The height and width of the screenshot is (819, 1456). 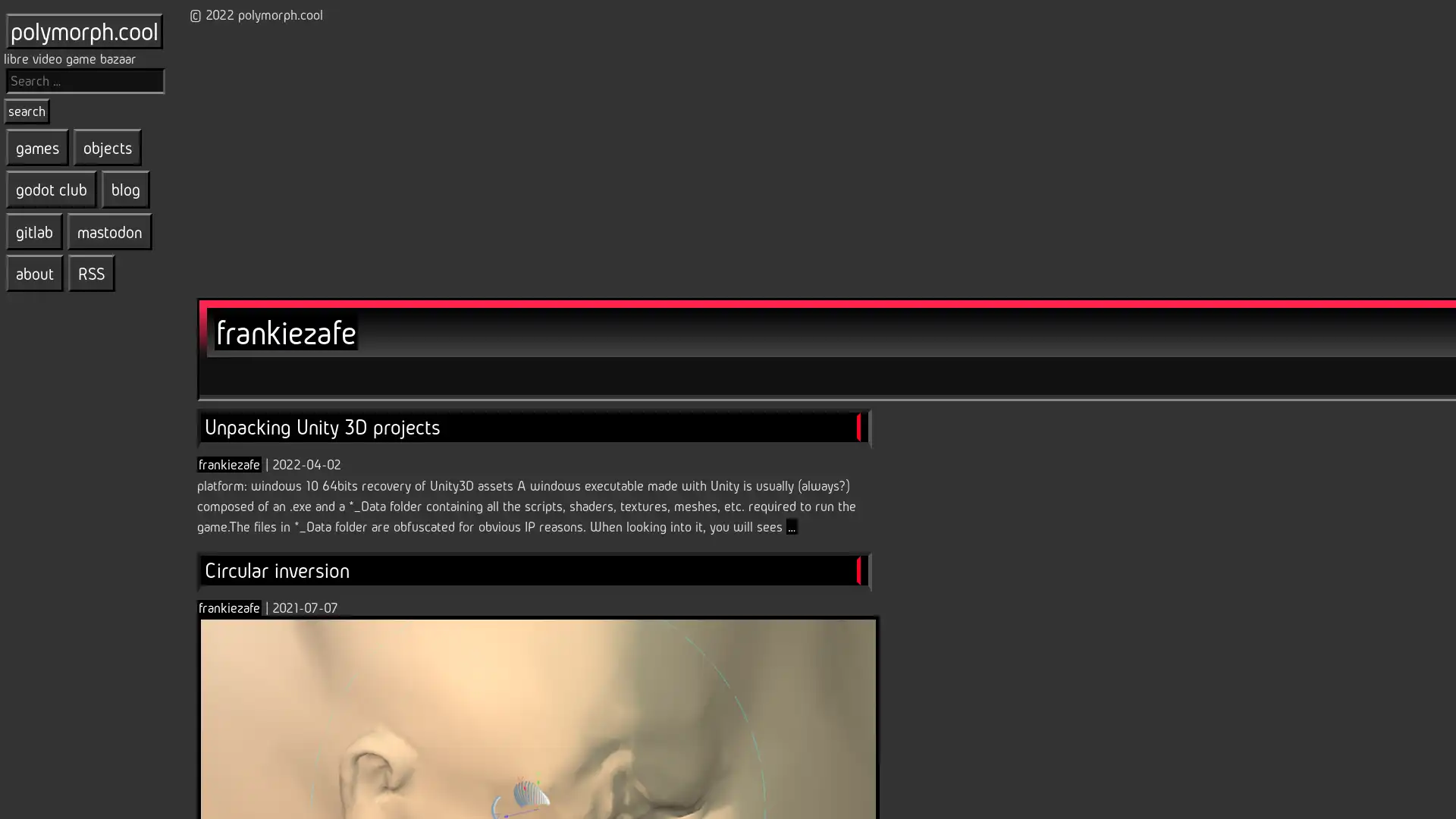 I want to click on Search, so click(x=27, y=110).